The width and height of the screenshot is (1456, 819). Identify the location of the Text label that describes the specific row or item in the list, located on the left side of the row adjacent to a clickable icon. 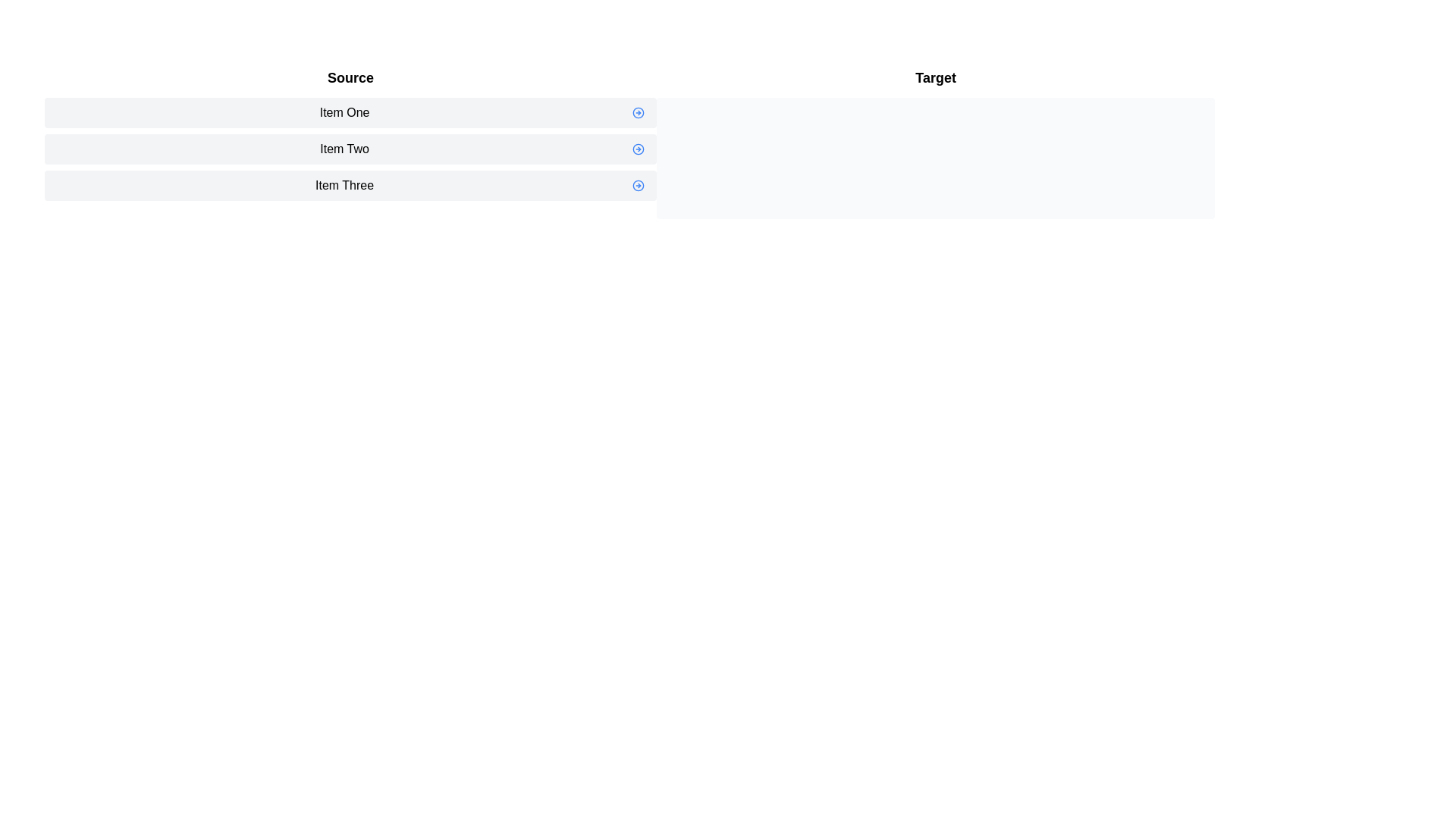
(344, 112).